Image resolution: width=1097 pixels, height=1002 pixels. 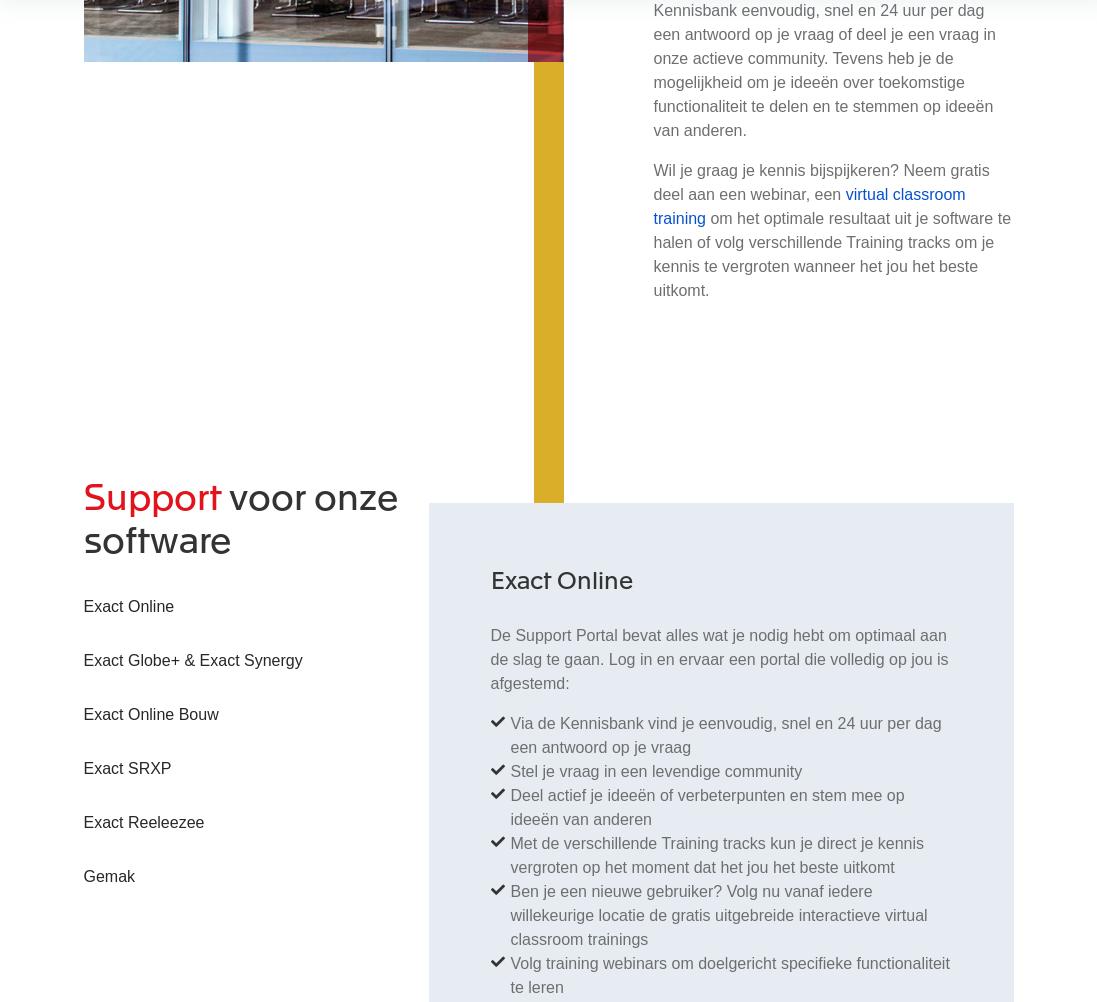 What do you see at coordinates (831, 253) in the screenshot?
I see `'om het optimale resultaat uit je software te halen of volg verschillende Training tracks om je kennis te vergroten wanneer het jou het beste uitkomt.'` at bounding box center [831, 253].